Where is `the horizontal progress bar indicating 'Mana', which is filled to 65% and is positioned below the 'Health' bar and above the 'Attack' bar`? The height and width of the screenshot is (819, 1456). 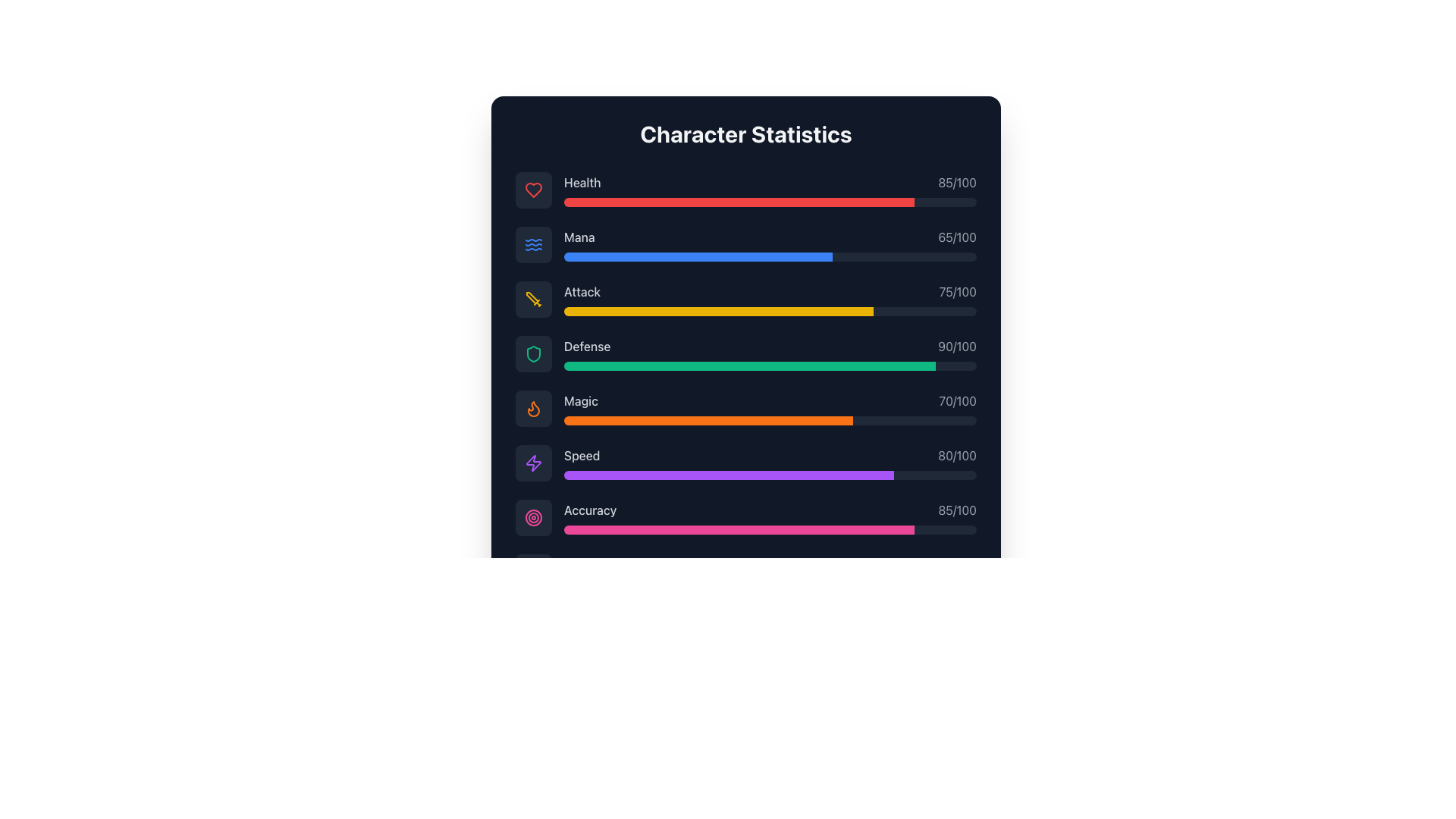 the horizontal progress bar indicating 'Mana', which is filled to 65% and is positioned below the 'Health' bar and above the 'Attack' bar is located at coordinates (770, 256).